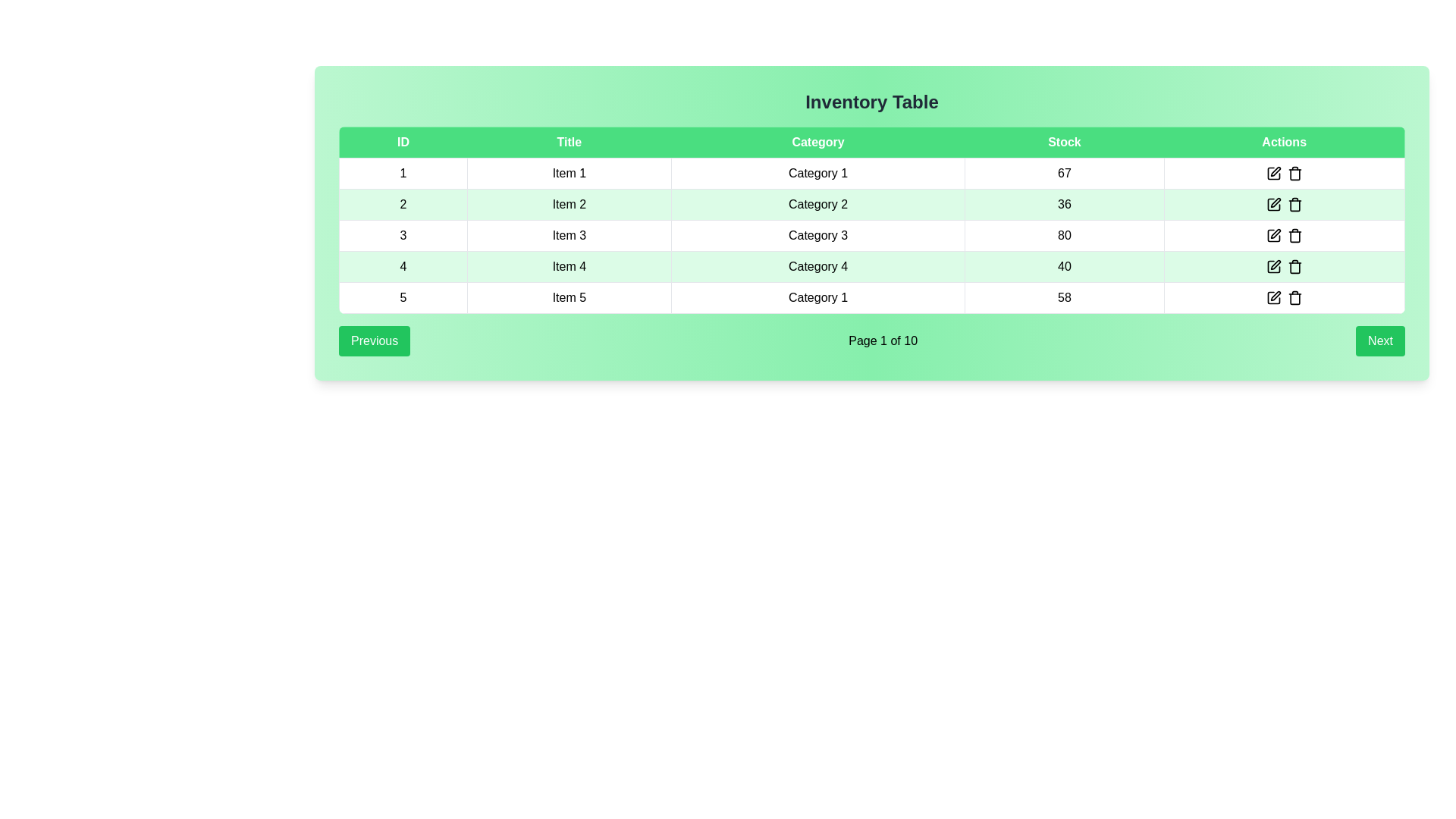 Image resolution: width=1456 pixels, height=819 pixels. Describe the element at coordinates (403, 236) in the screenshot. I see `the table cell displaying the text '3' located in the third row and first column of the table, under the 'ID' header` at that location.